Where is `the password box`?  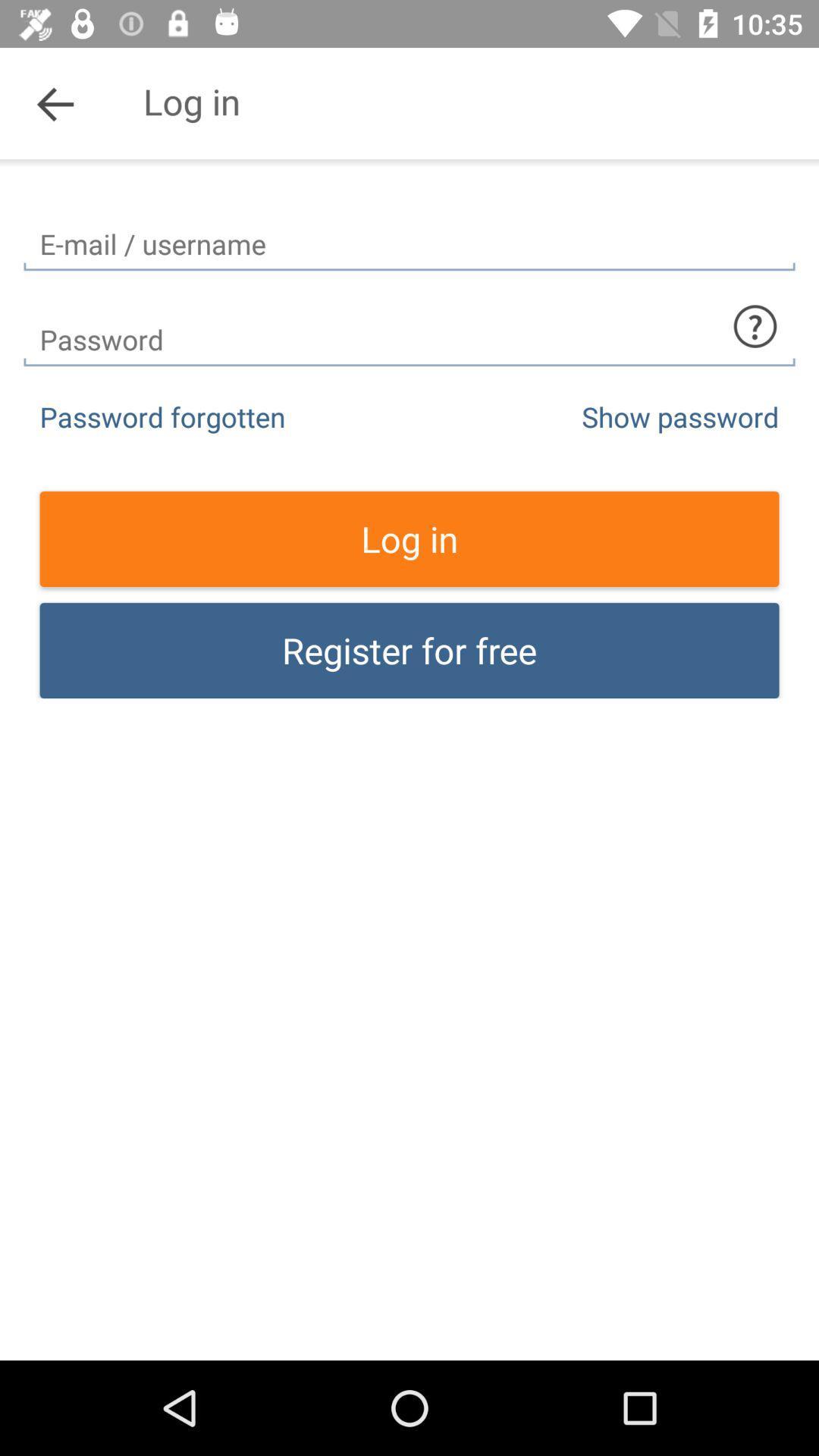
the password box is located at coordinates (409, 325).